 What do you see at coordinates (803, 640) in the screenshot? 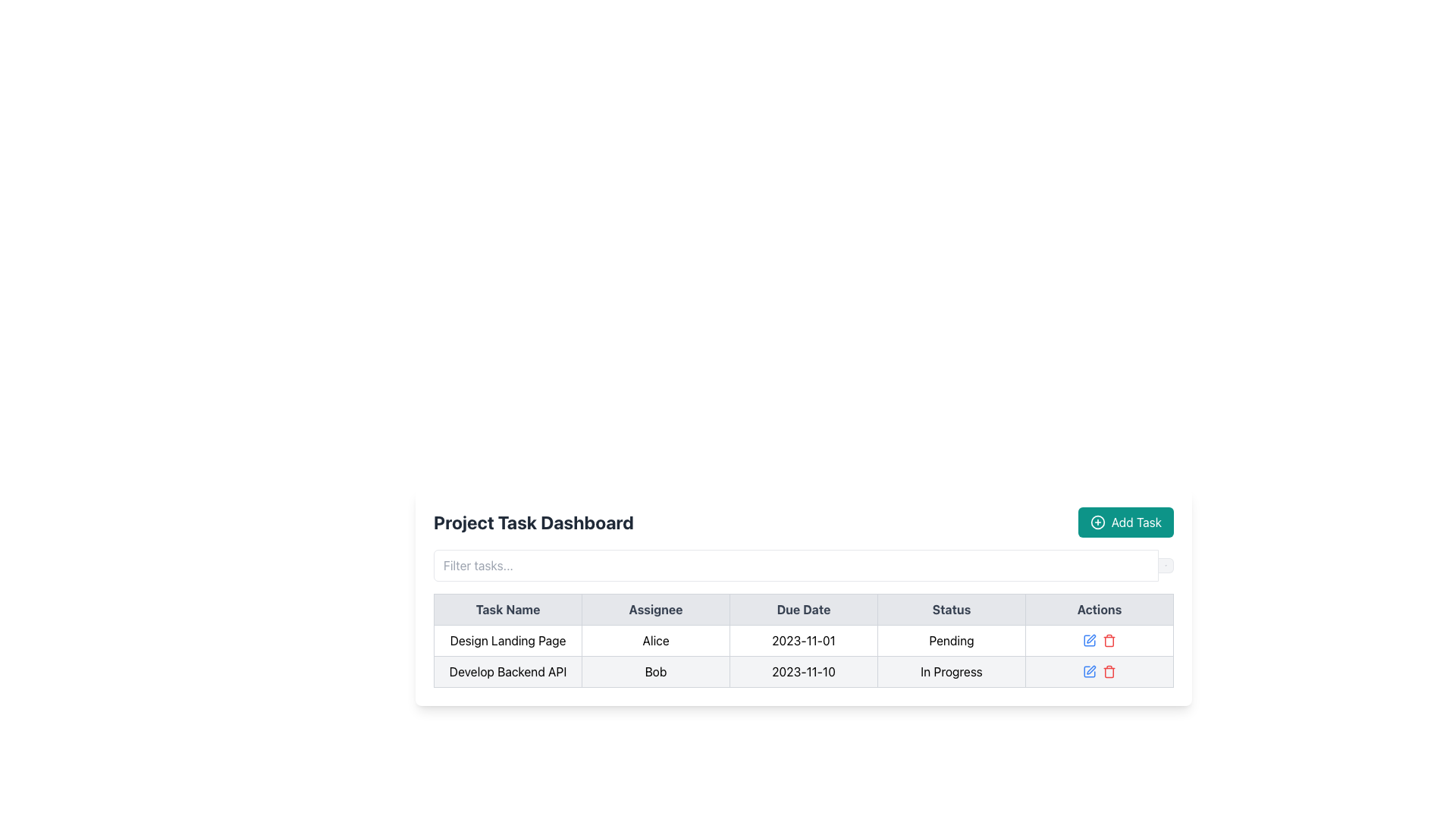
I see `the Static Text element displaying the date '2023-11-01', which is located in the third cell of the first data row of a table in the 'Due Date' column, positioned beside 'Alice' in the 'Assignee' column and before 'Pending' in the 'Status' column` at bounding box center [803, 640].